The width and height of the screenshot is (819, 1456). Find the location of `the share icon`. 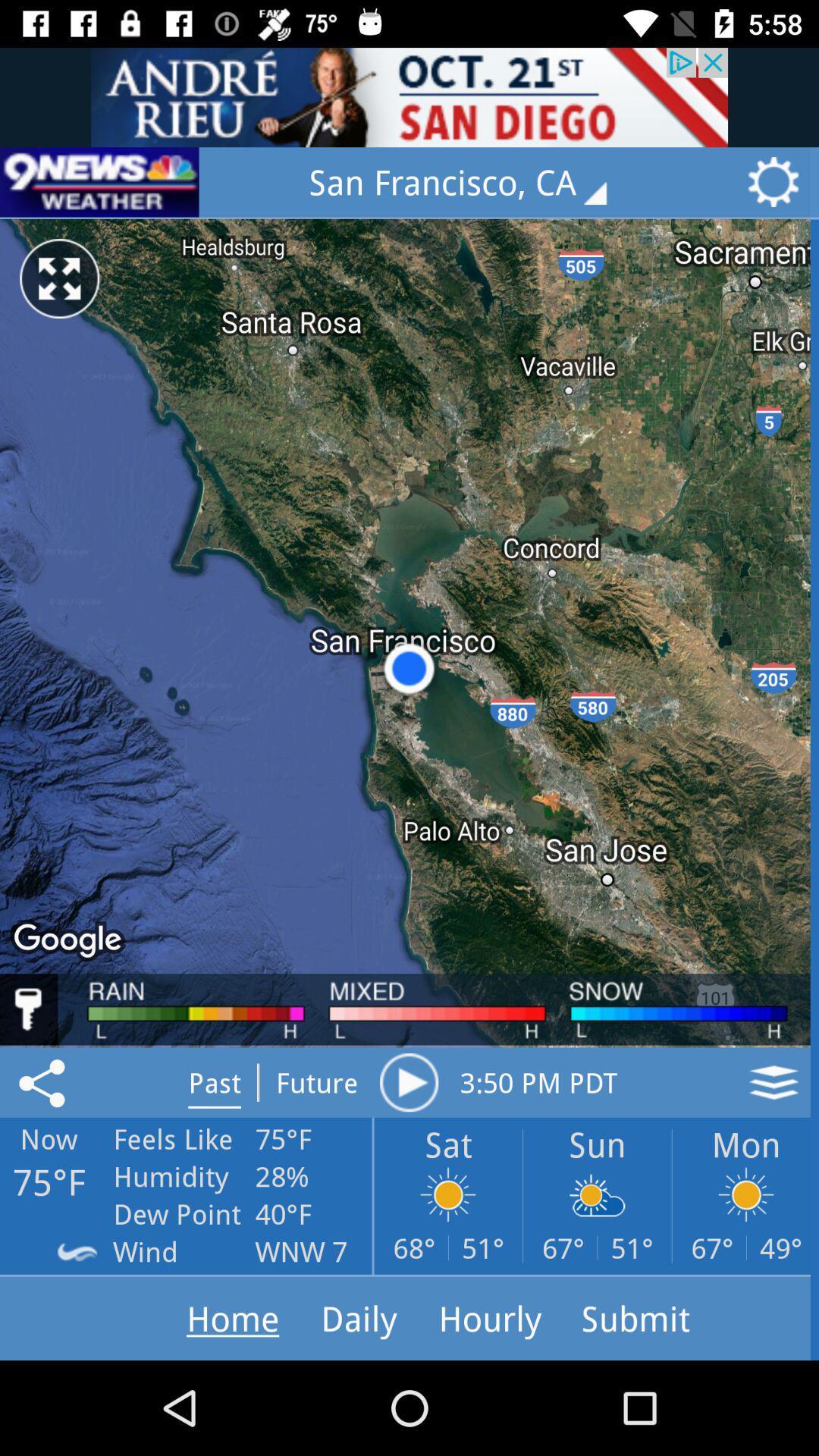

the share icon is located at coordinates (44, 1081).